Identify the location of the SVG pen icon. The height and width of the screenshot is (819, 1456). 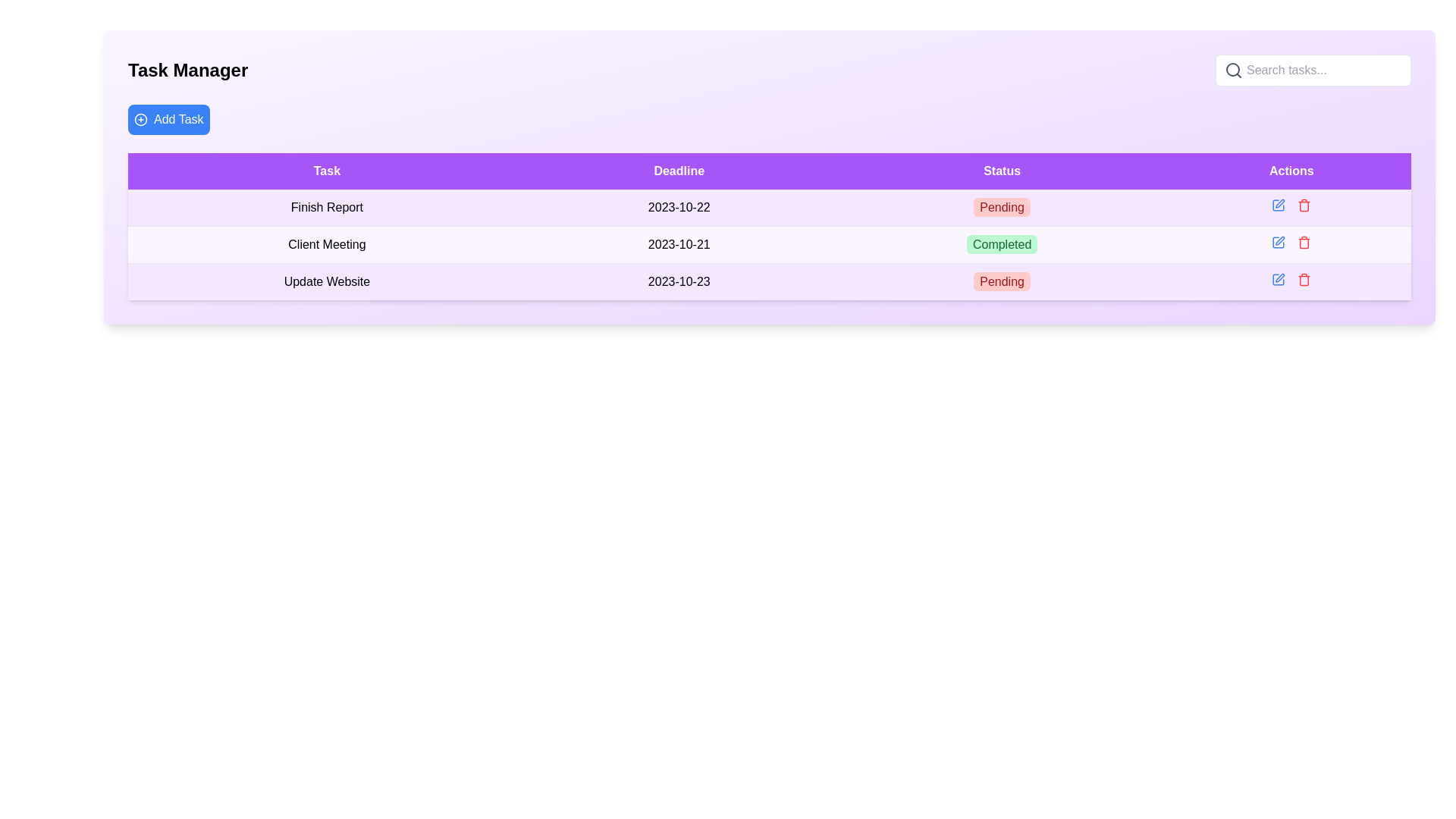
(1279, 202).